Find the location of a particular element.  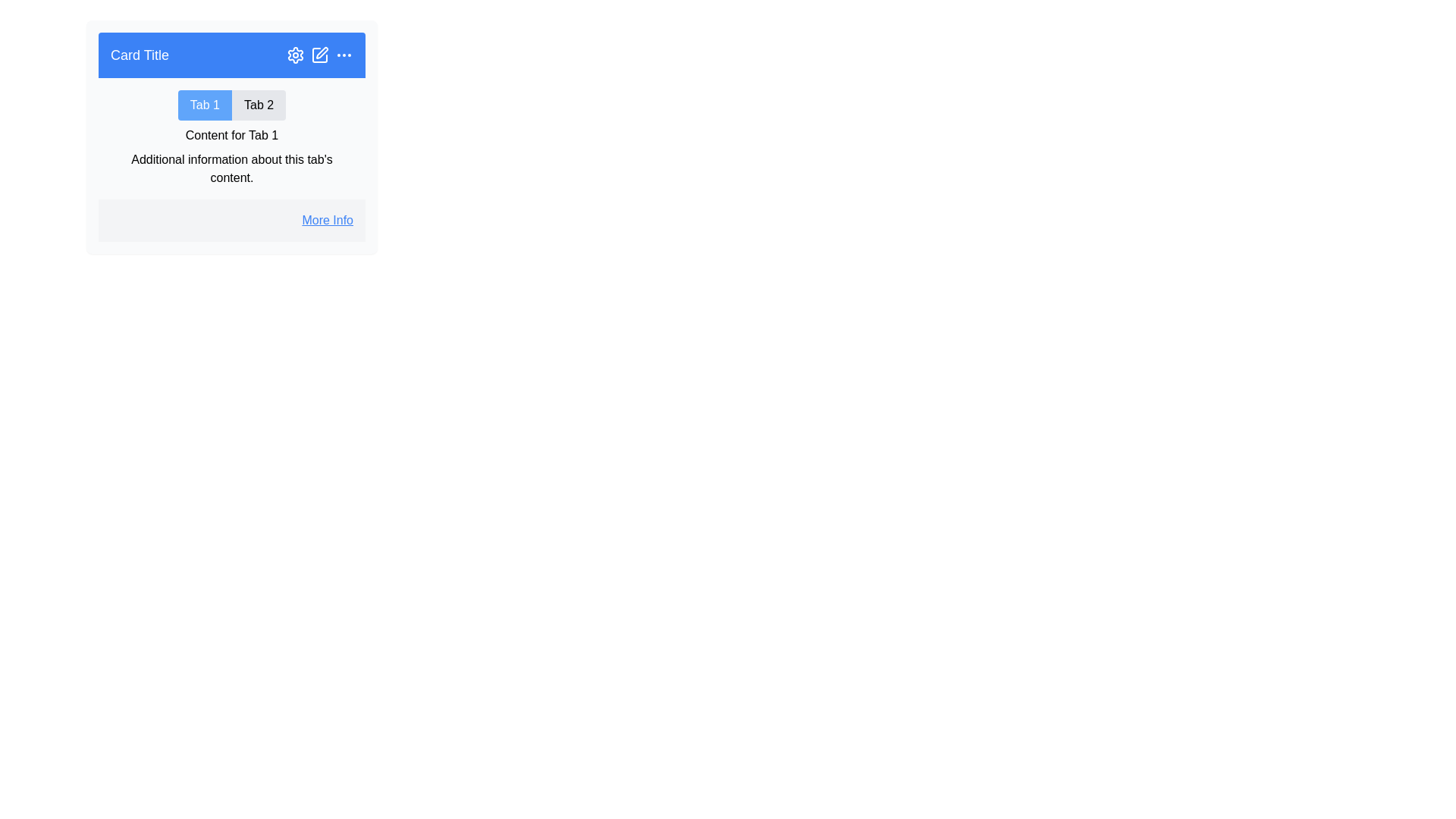

the pen icon in the top-right corner of the card is located at coordinates (322, 52).